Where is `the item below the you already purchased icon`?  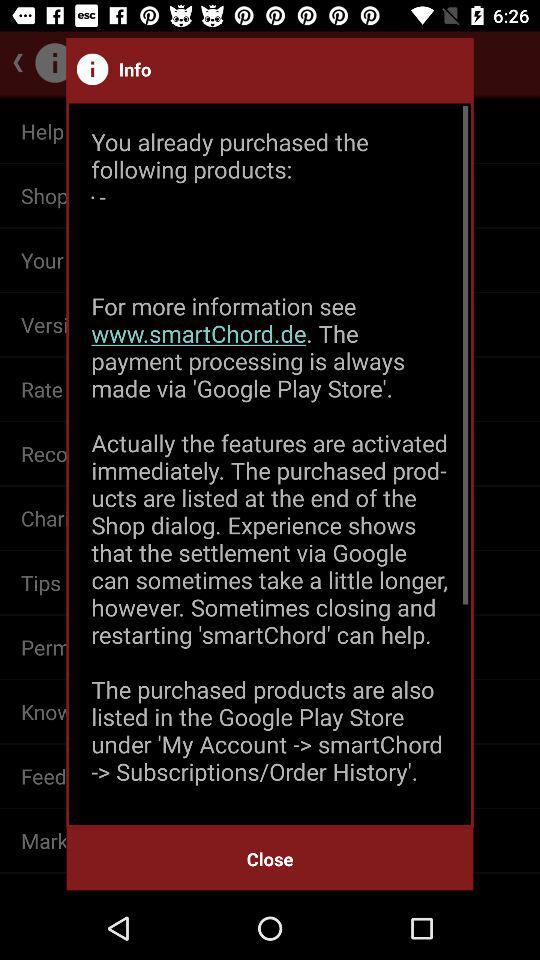 the item below the you already purchased icon is located at coordinates (270, 858).